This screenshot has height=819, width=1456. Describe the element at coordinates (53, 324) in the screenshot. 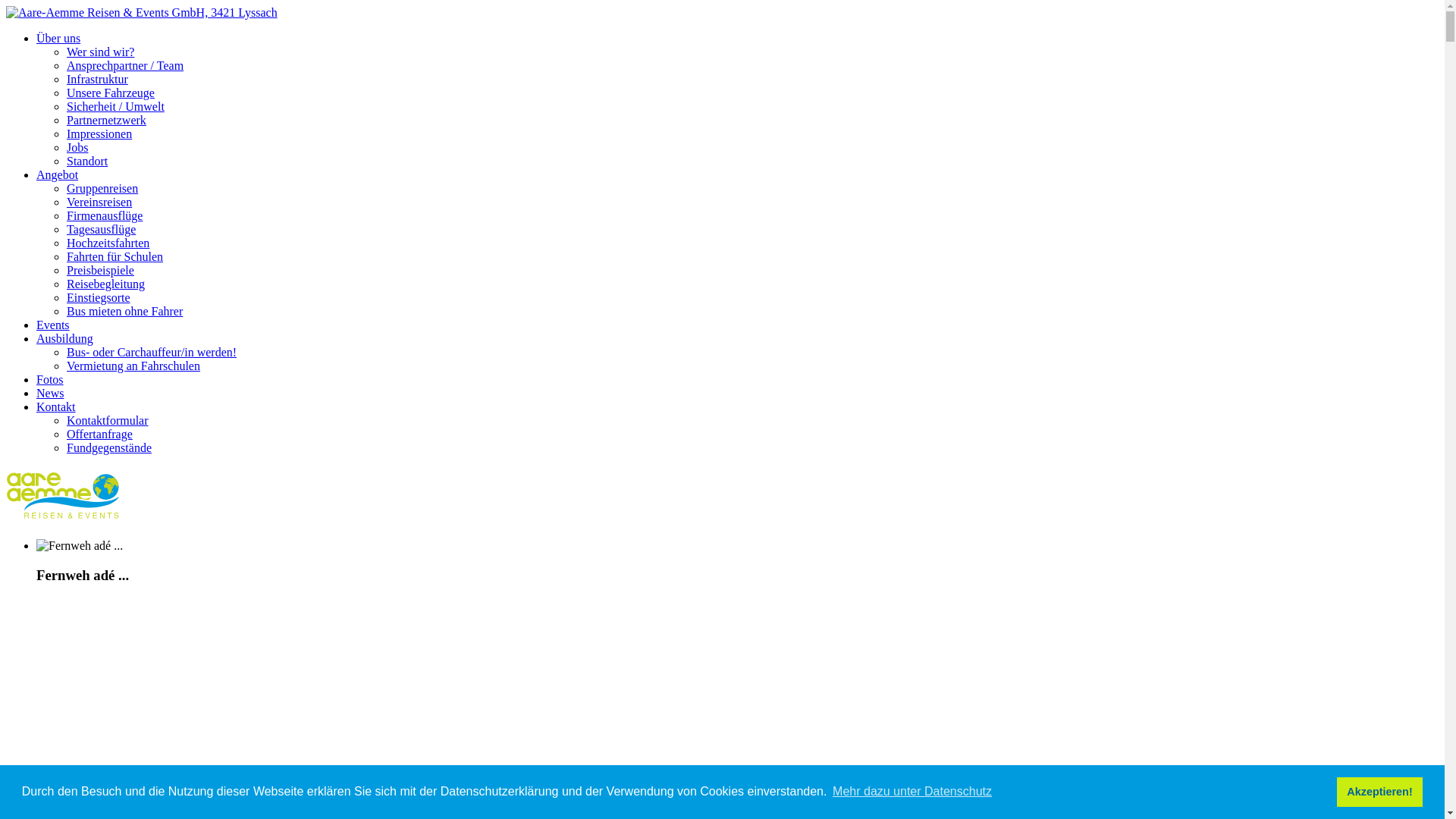

I see `'Events'` at that location.